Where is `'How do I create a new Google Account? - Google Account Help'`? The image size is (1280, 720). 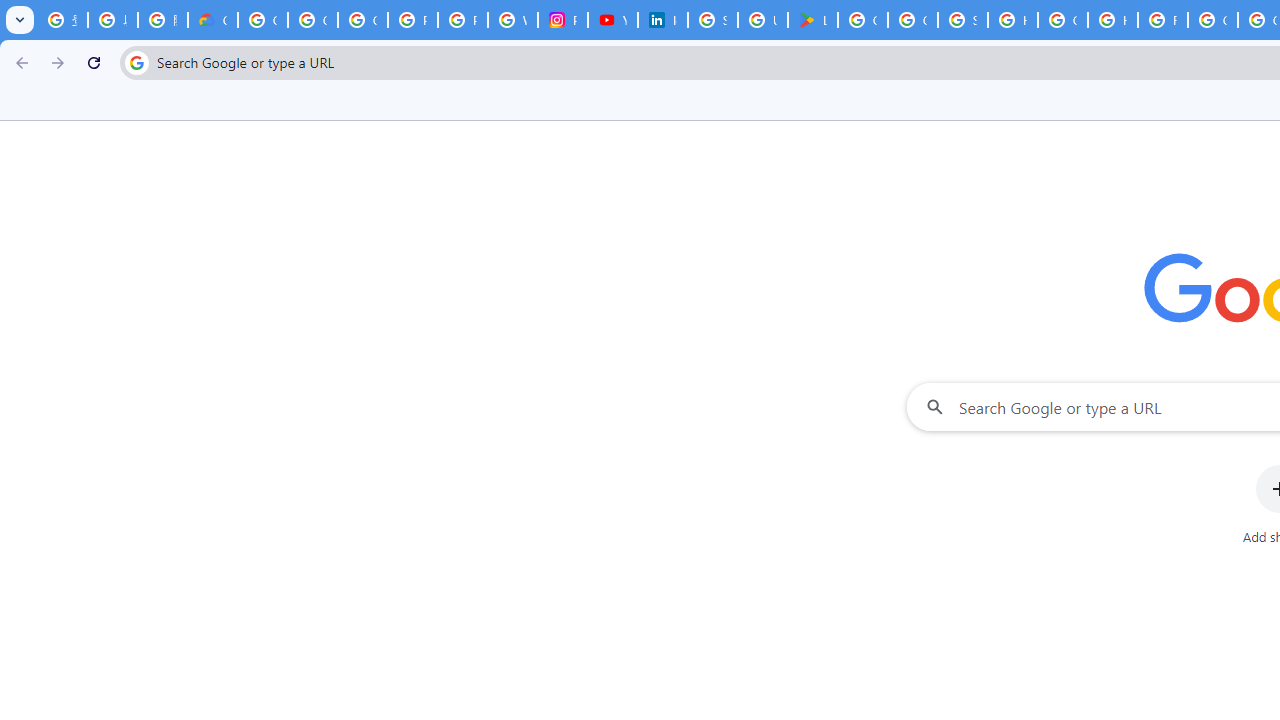
'How do I create a new Google Account? - Google Account Help' is located at coordinates (1111, 20).